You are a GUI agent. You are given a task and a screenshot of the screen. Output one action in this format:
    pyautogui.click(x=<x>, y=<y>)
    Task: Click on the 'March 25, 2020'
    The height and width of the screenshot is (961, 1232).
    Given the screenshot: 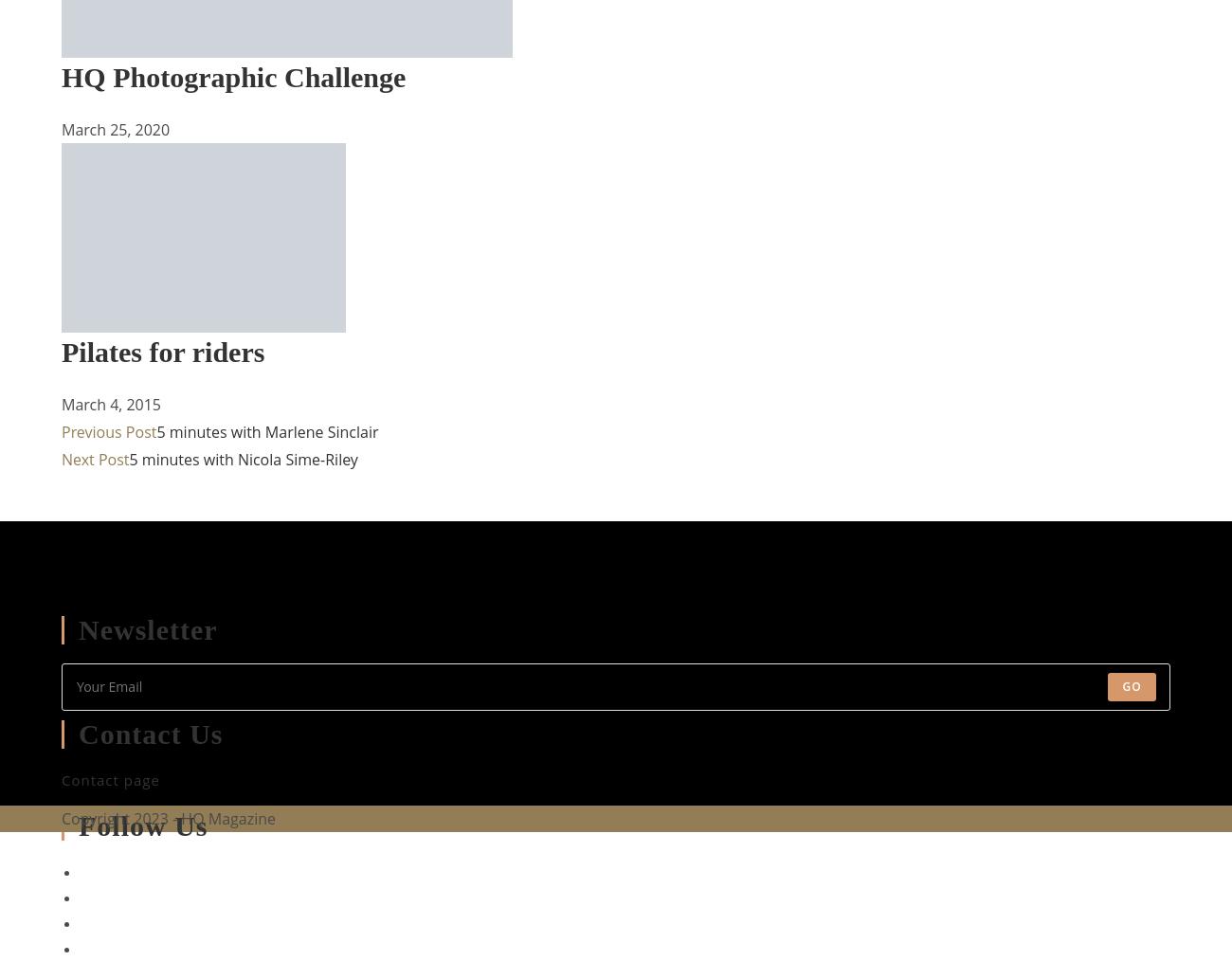 What is the action you would take?
    pyautogui.click(x=62, y=128)
    